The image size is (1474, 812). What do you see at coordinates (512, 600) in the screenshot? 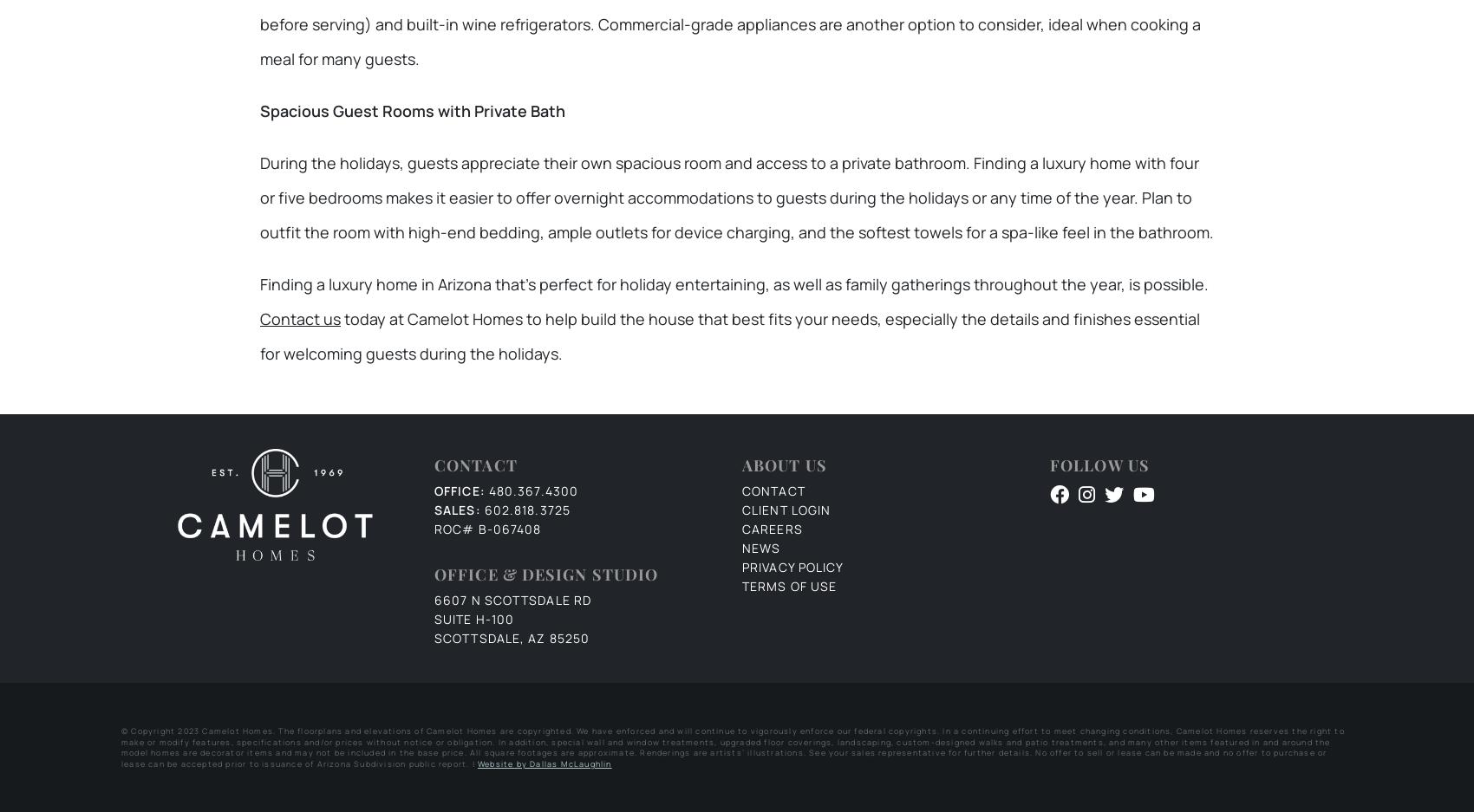
I see `'6607 N Scottsdale Rd'` at bounding box center [512, 600].